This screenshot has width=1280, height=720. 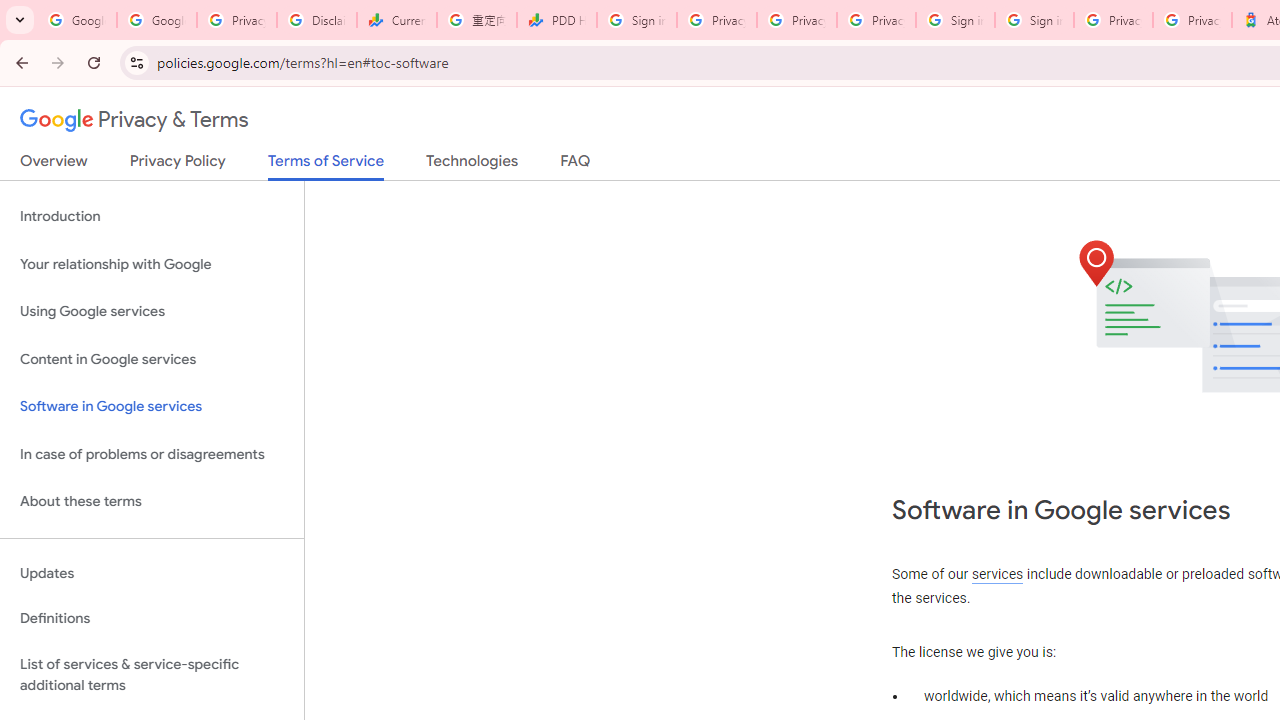 What do you see at coordinates (954, 20) in the screenshot?
I see `'Sign in - Google Accounts'` at bounding box center [954, 20].